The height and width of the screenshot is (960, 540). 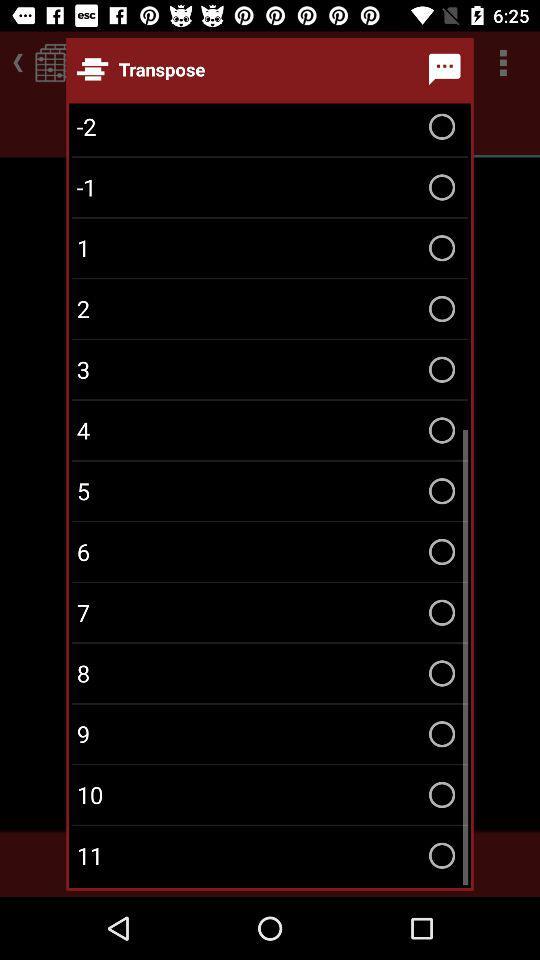 What do you see at coordinates (270, 430) in the screenshot?
I see `the item above 5 icon` at bounding box center [270, 430].